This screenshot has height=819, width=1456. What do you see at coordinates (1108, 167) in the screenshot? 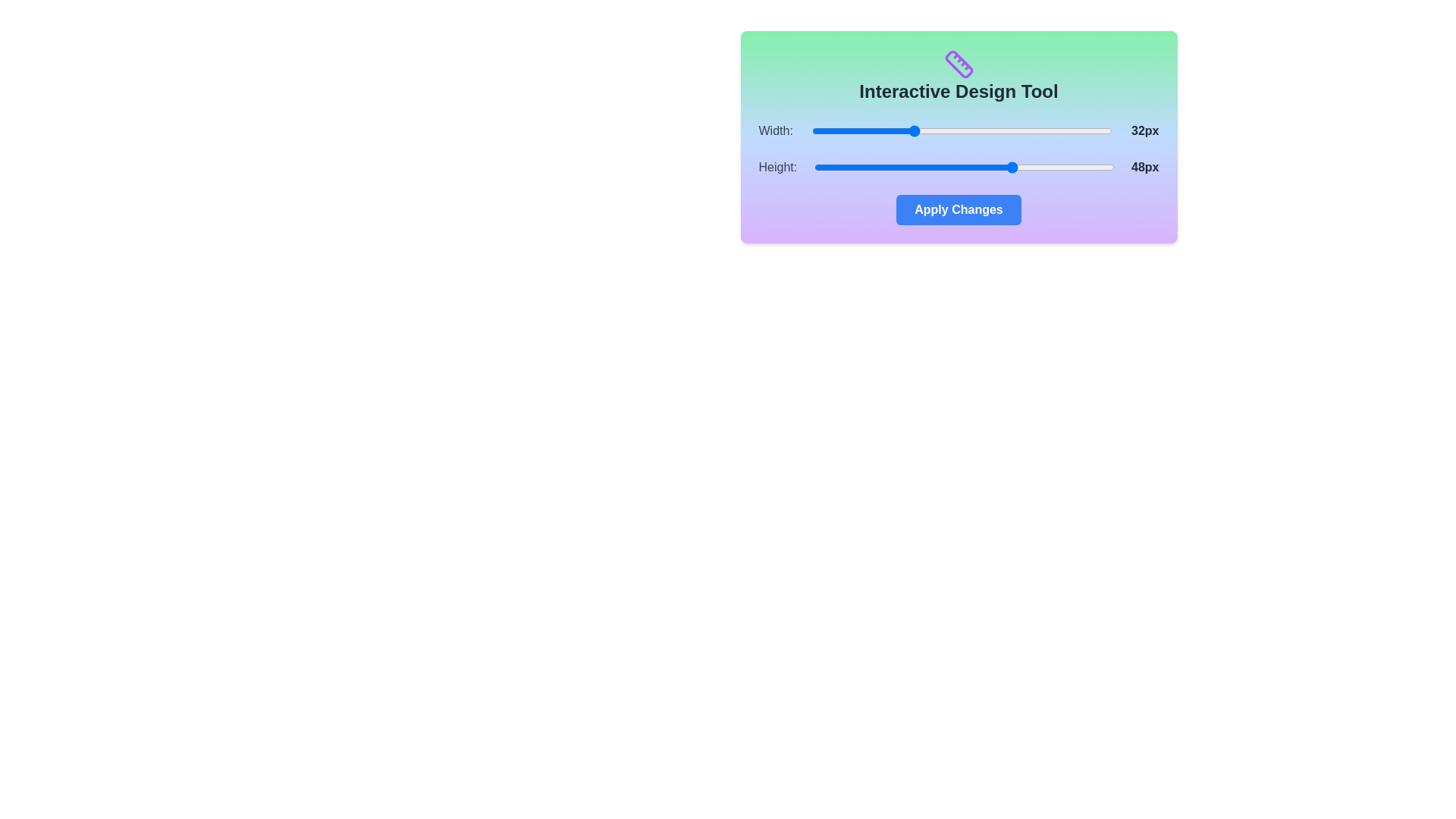
I see `the 'Height' slider to set its value to 63` at bounding box center [1108, 167].